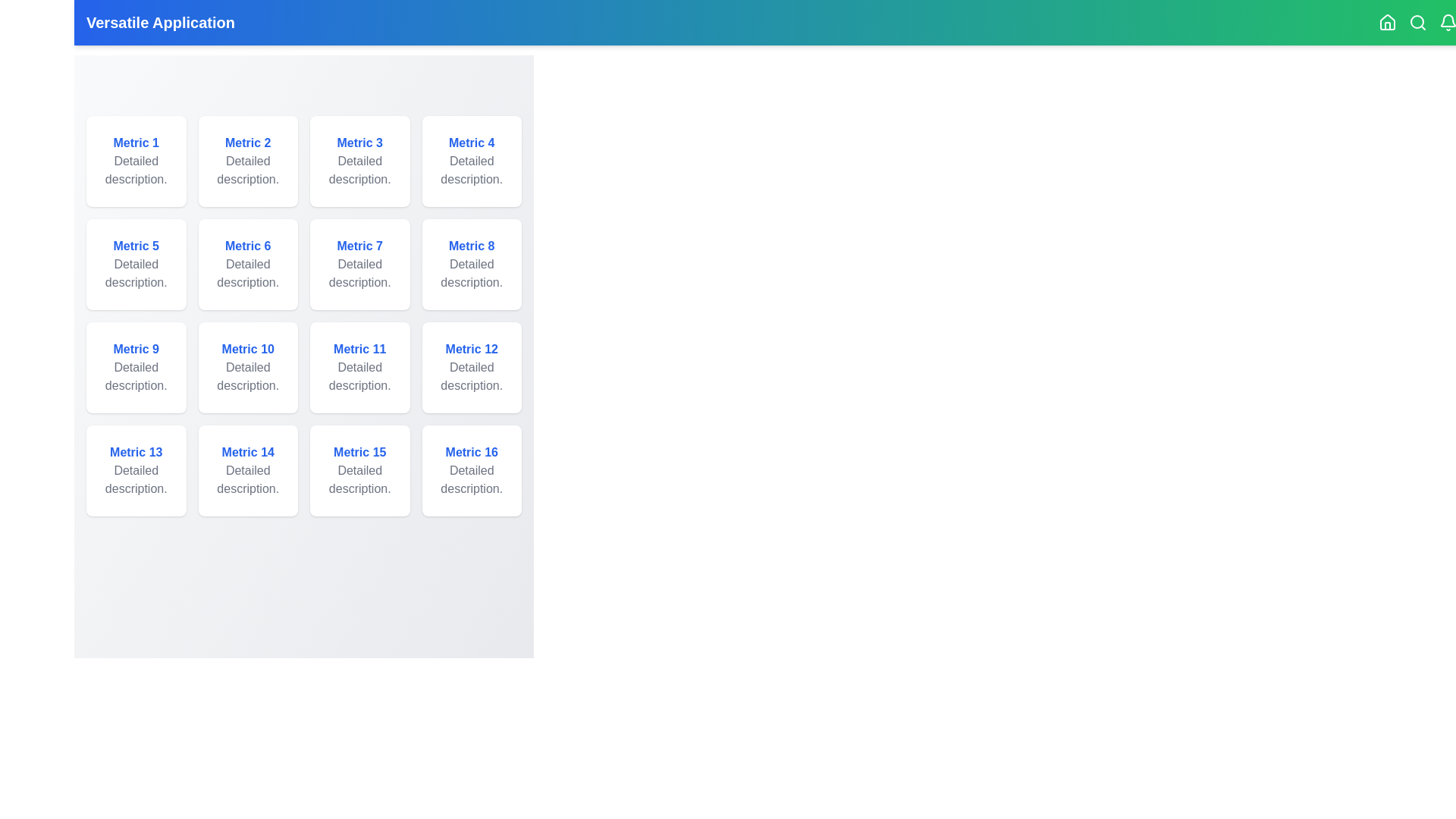  I want to click on the Search icon in the app bar, so click(1417, 23).